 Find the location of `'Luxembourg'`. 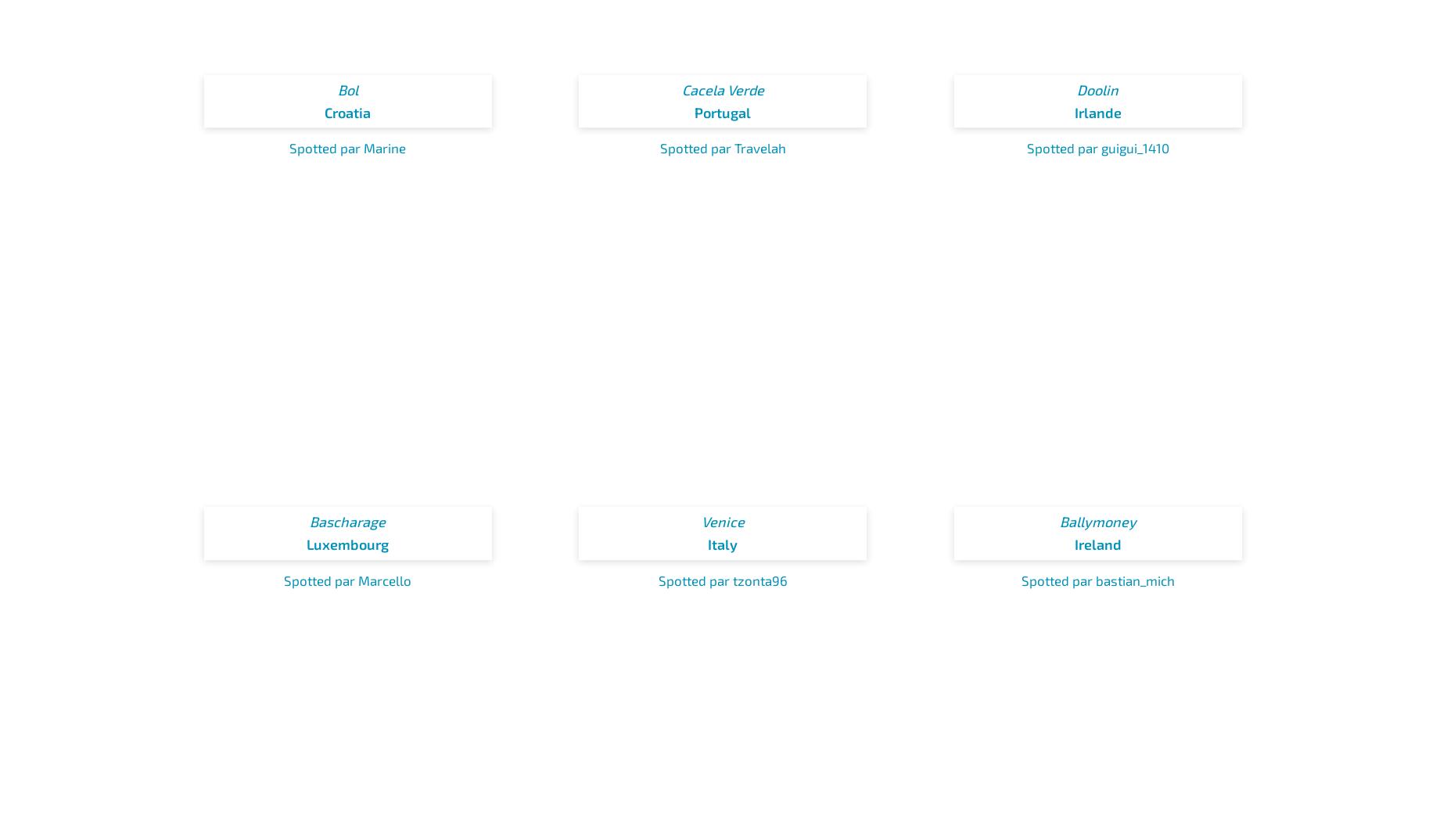

'Luxembourg' is located at coordinates (346, 543).